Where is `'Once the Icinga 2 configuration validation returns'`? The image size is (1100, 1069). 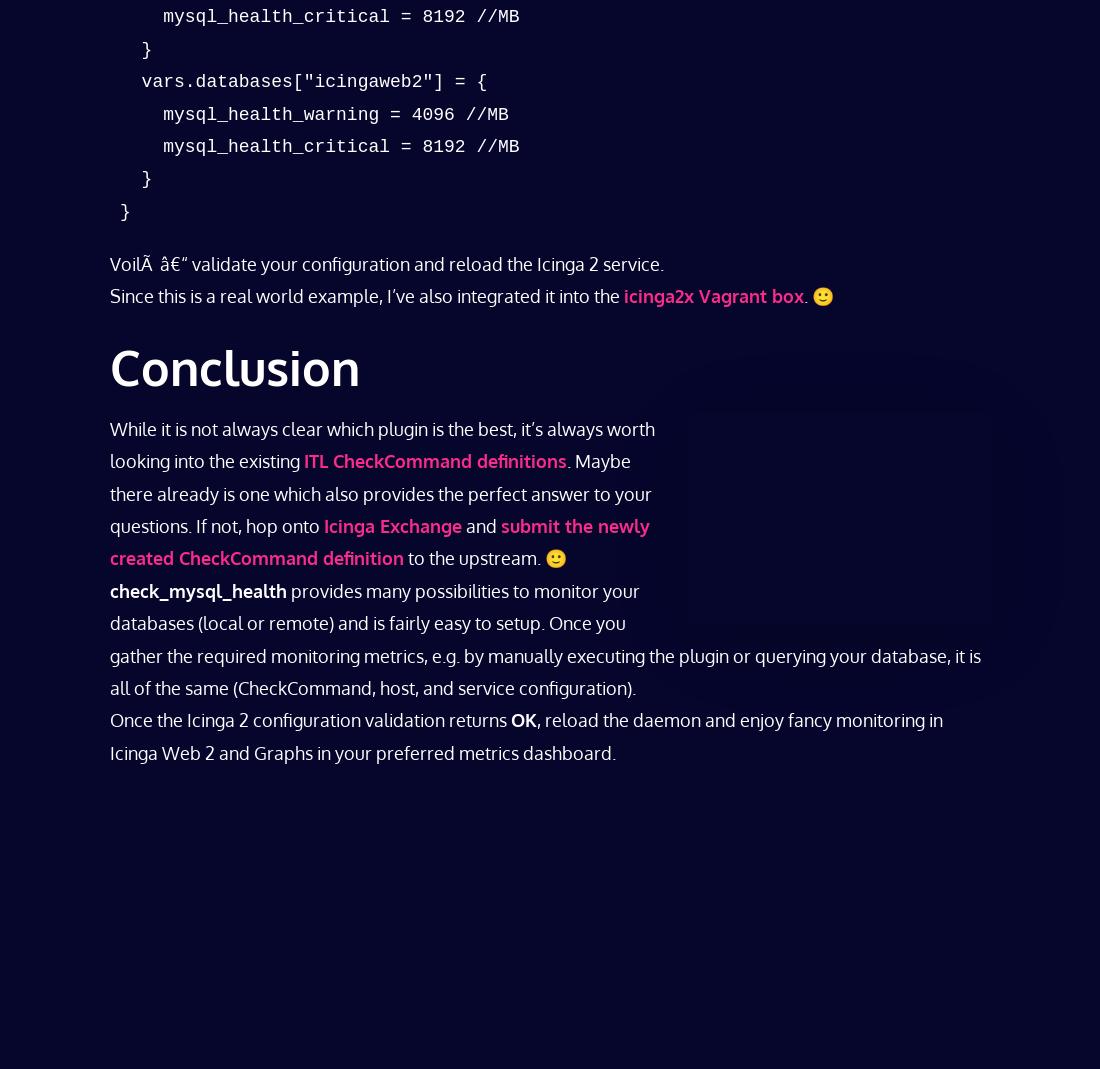
'Once the Icinga 2 configuration validation returns' is located at coordinates (309, 718).